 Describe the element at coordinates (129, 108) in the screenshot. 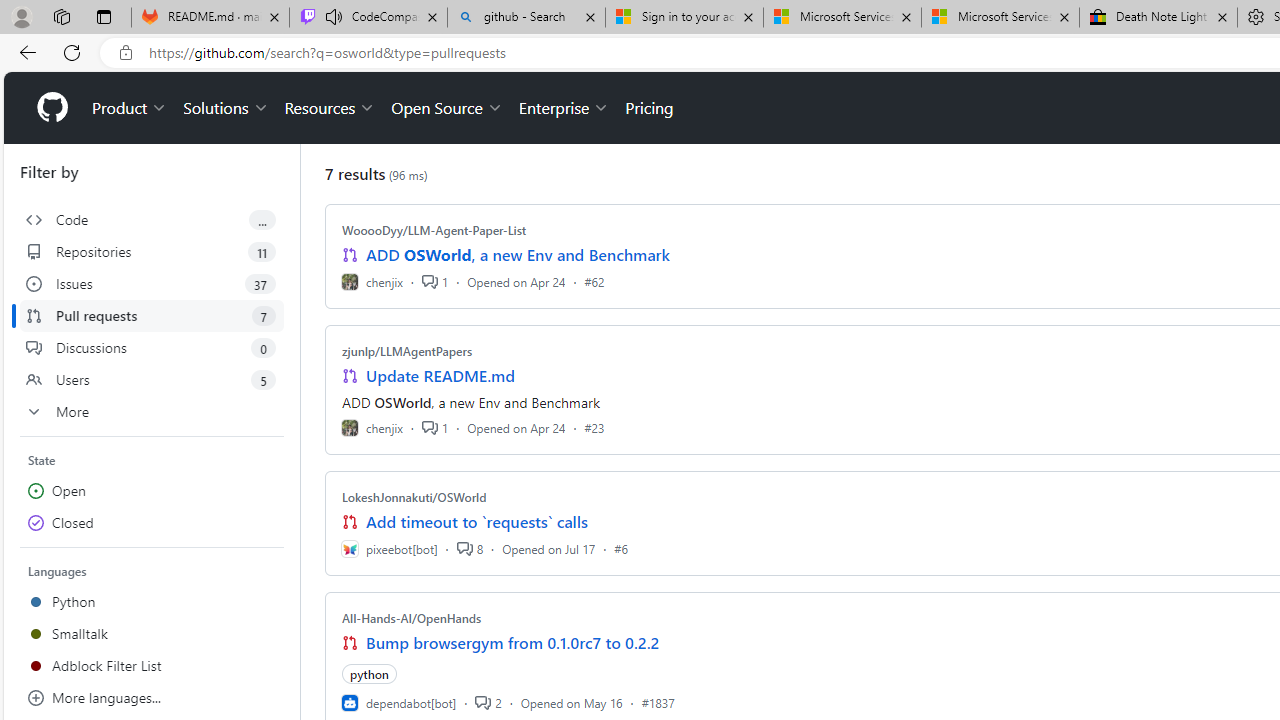

I see `'Product'` at that location.